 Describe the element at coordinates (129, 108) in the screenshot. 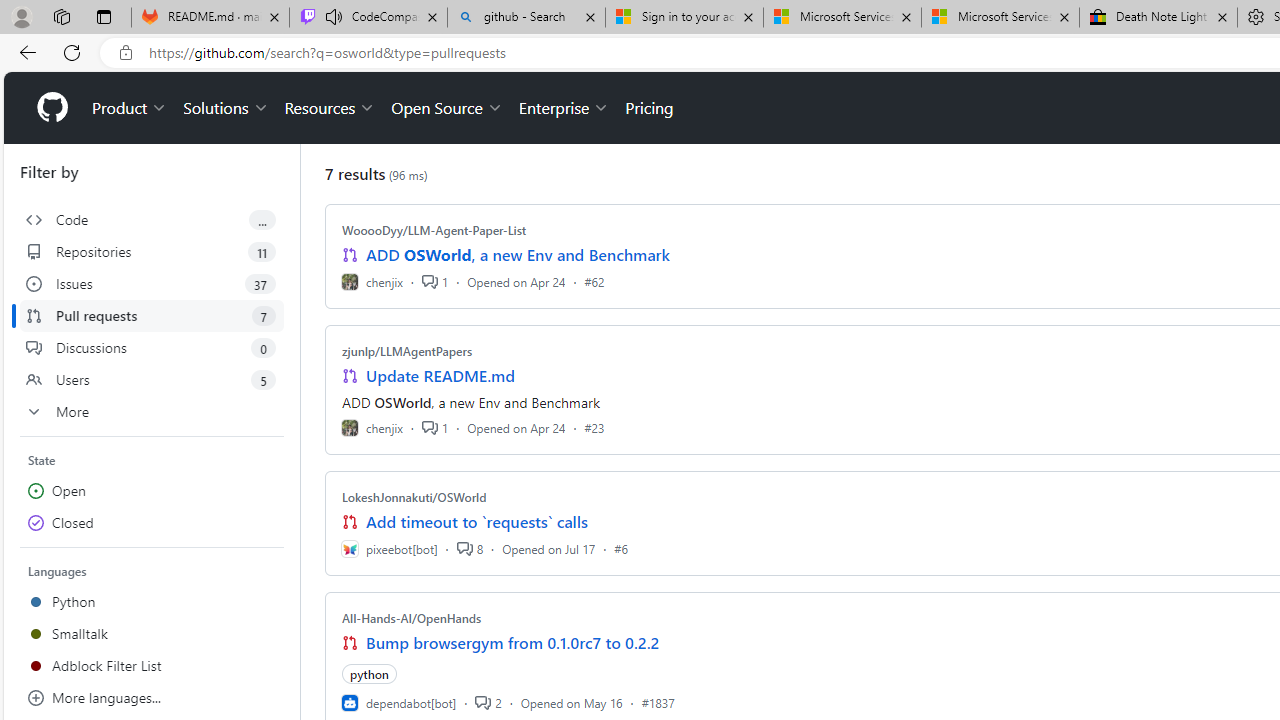

I see `'Product'` at that location.